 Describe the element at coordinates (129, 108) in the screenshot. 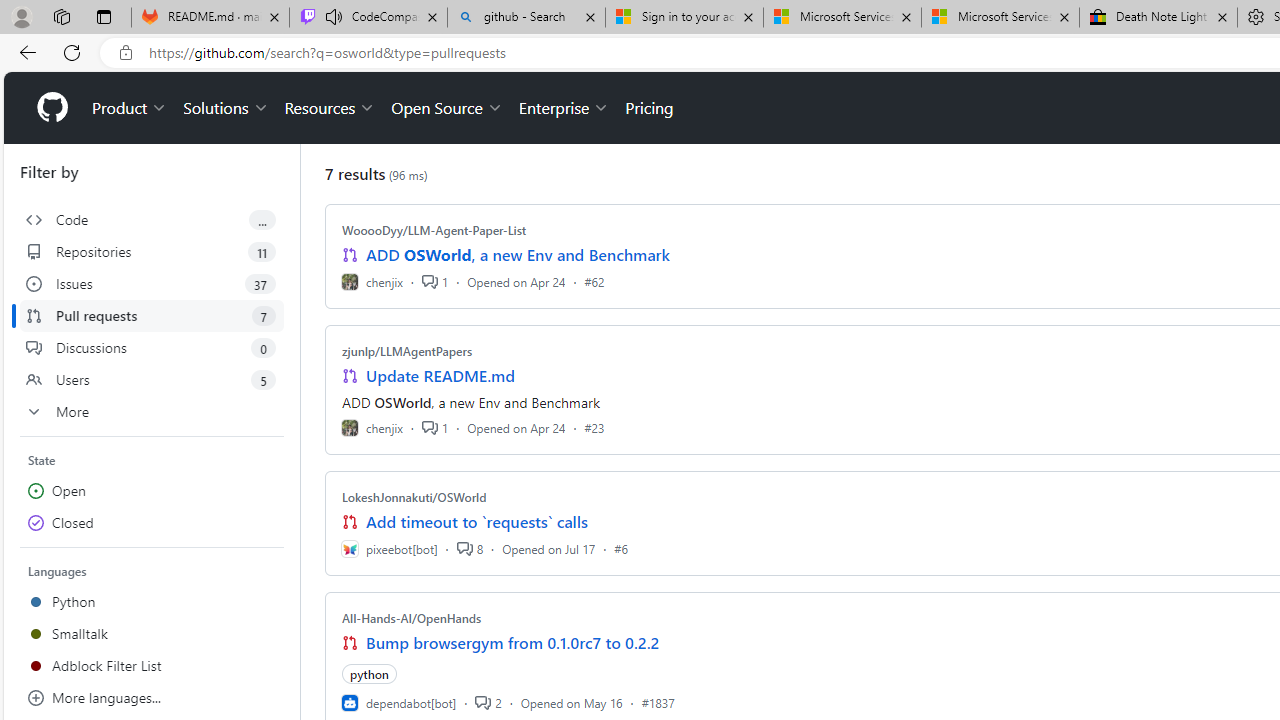

I see `'Product'` at that location.